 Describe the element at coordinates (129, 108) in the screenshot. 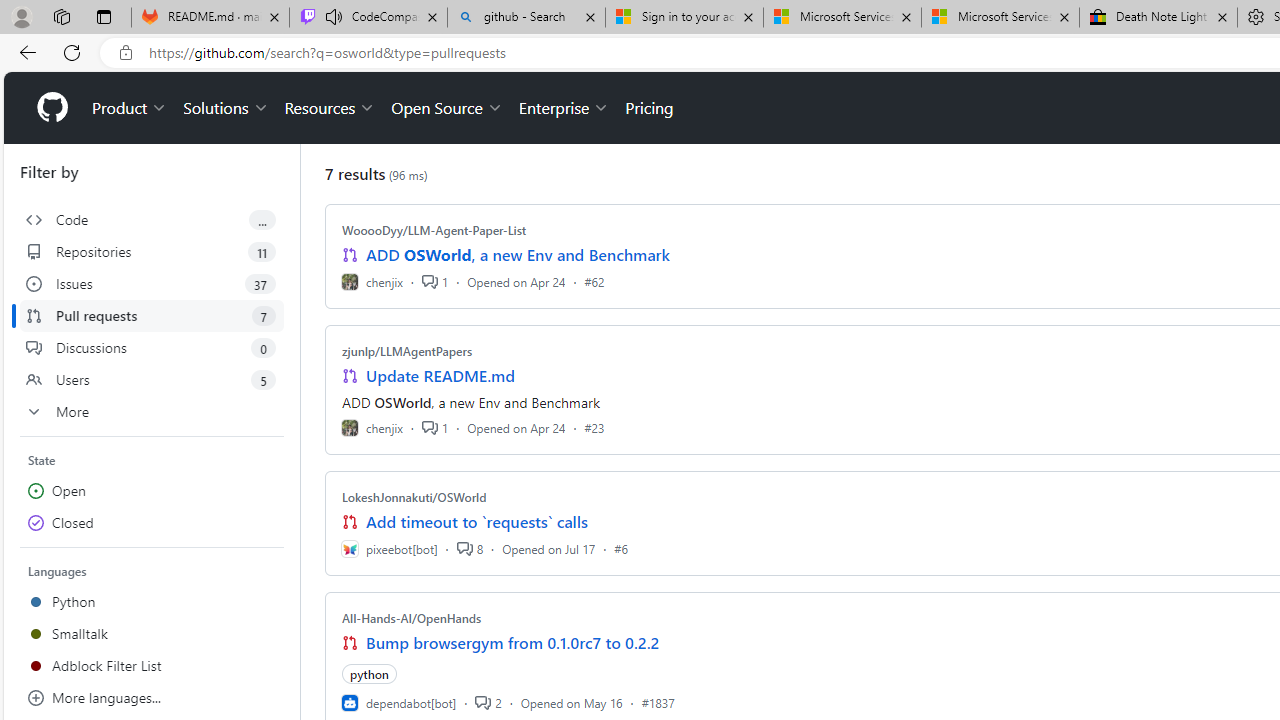

I see `'Product'` at that location.